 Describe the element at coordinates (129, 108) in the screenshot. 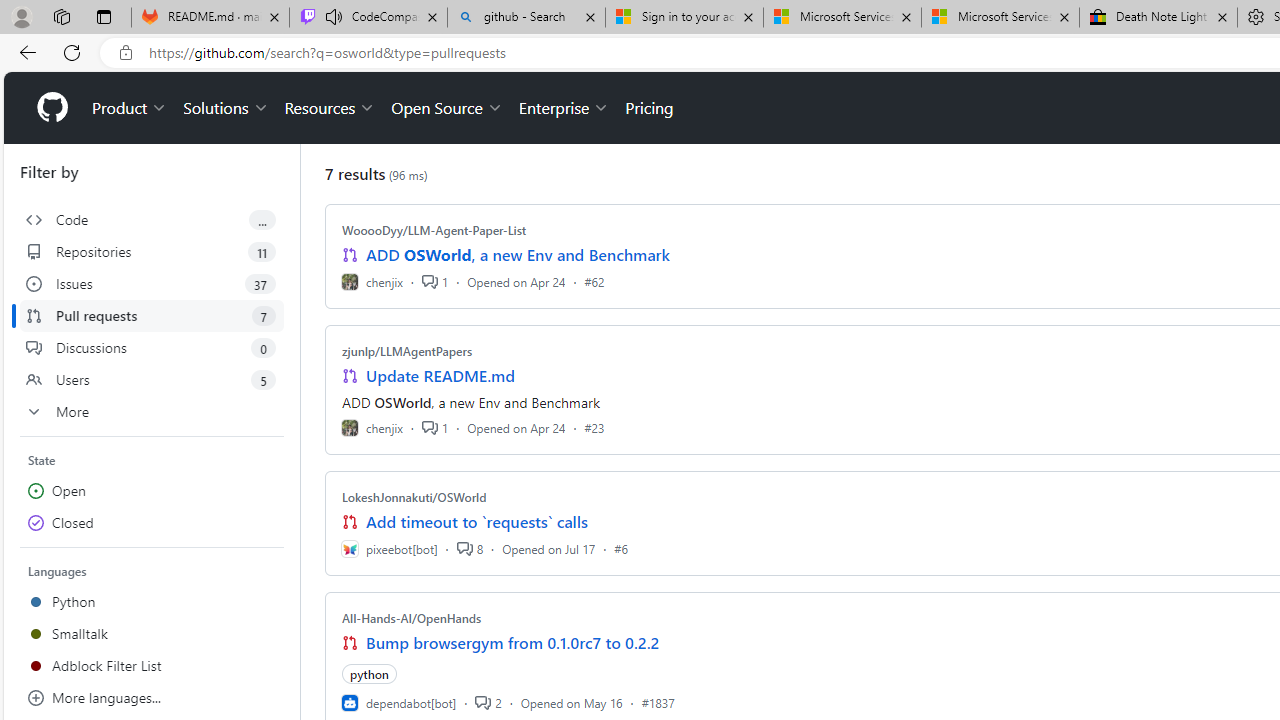

I see `'Product'` at that location.